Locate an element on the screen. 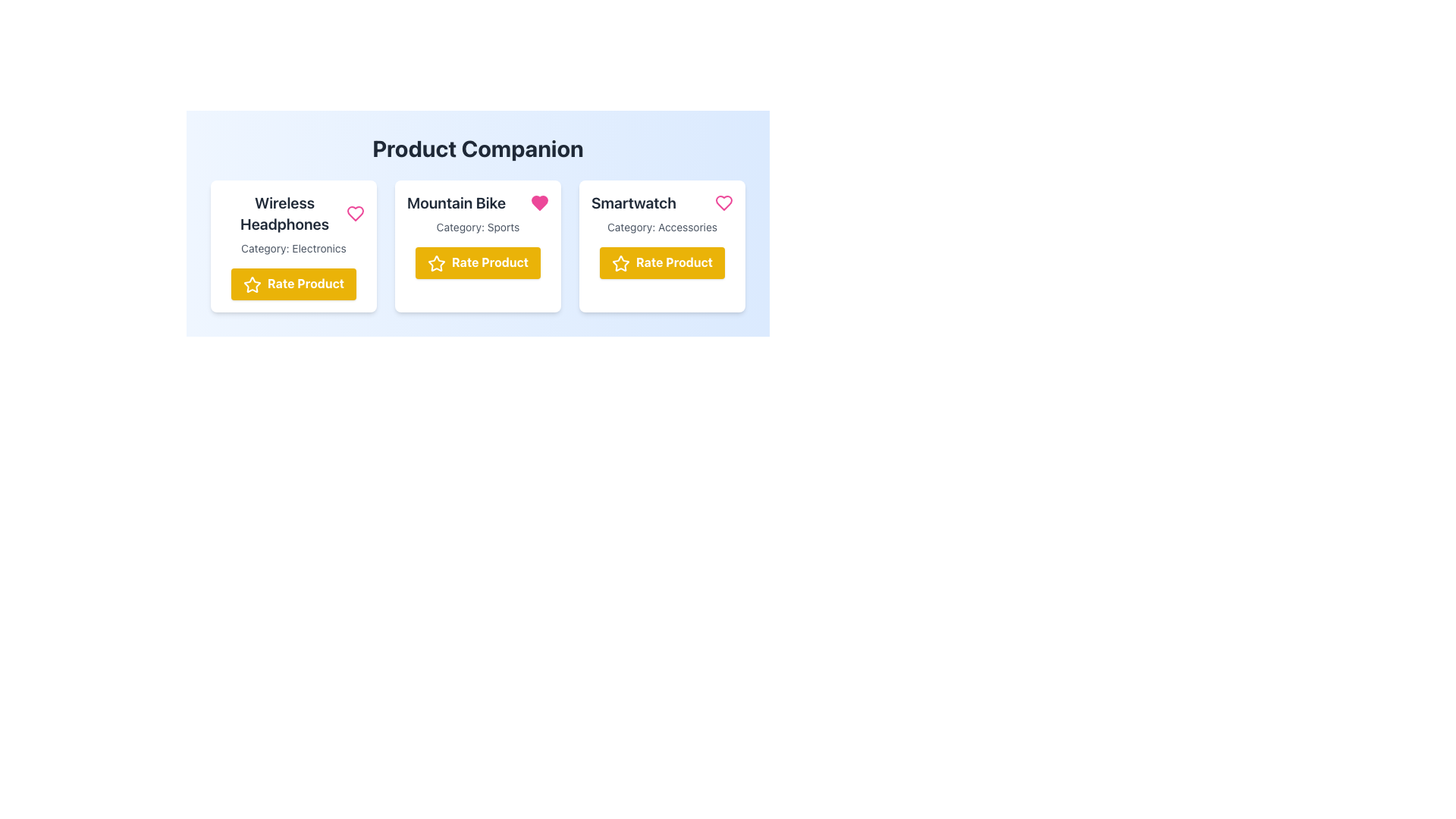  the pink heart icon outlined with a white center, located next to the text 'Wireless Headphones' is located at coordinates (355, 213).